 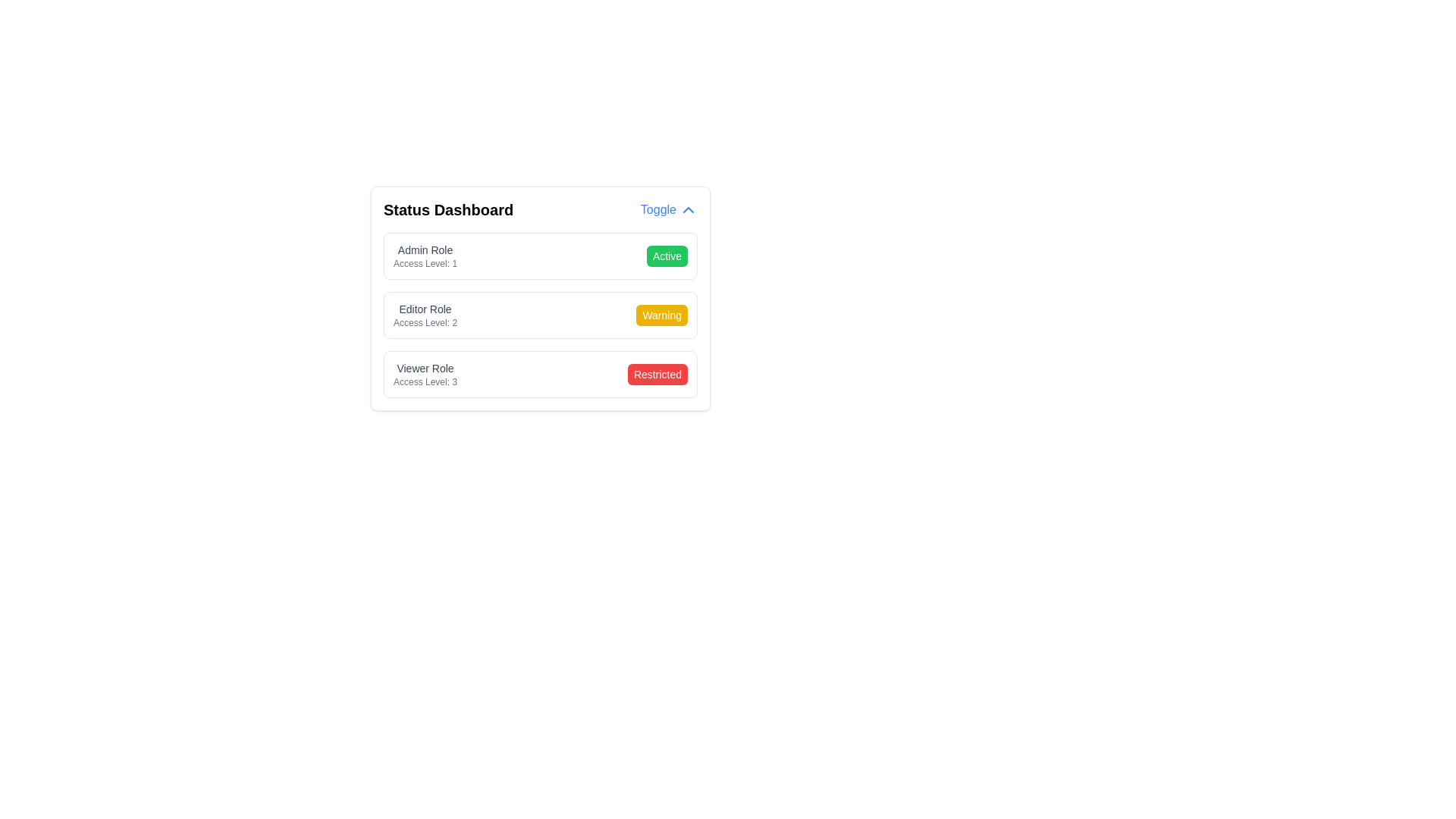 I want to click on the text label located in the top-right corner of the card interface, next to the 'Status Dashboard' header, to potentially trigger an associated action, so click(x=658, y=210).